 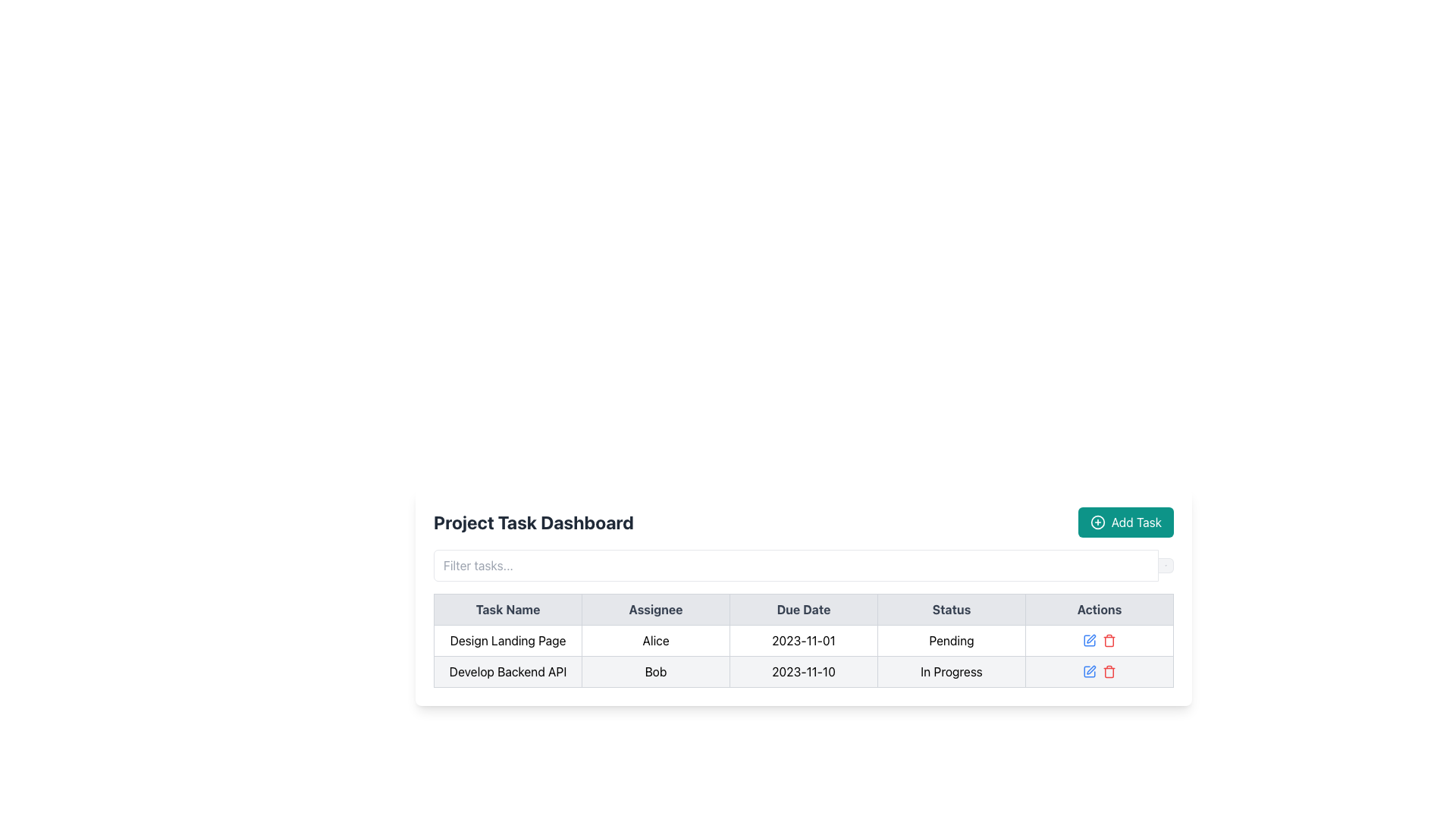 What do you see at coordinates (655, 671) in the screenshot?
I see `text content of the Table Cell displaying the assignee for the 'Develop Backend API' task, which is located in the second cell of the second row in the project task table` at bounding box center [655, 671].